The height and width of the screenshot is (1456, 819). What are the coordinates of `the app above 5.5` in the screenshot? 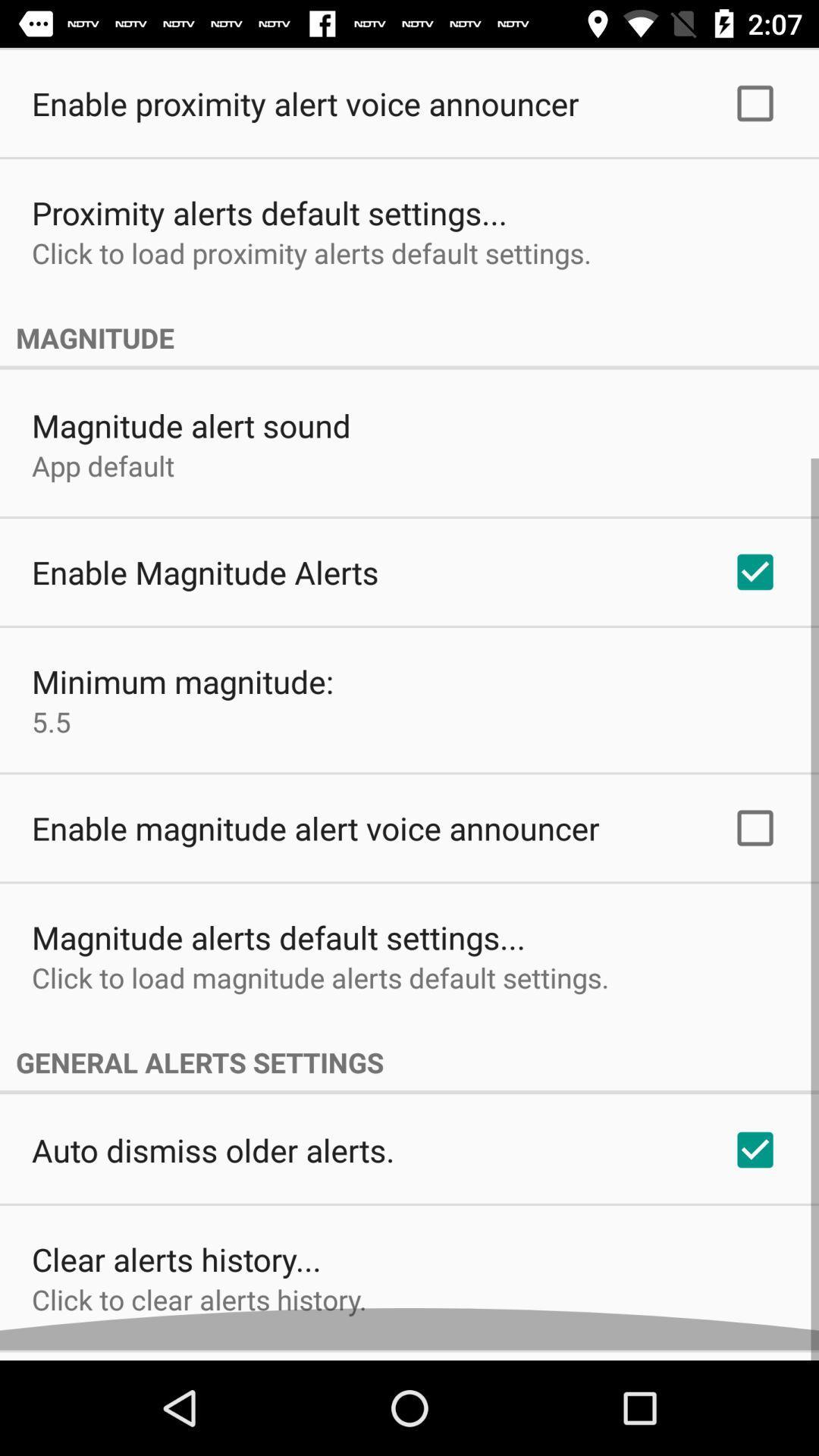 It's located at (182, 691).